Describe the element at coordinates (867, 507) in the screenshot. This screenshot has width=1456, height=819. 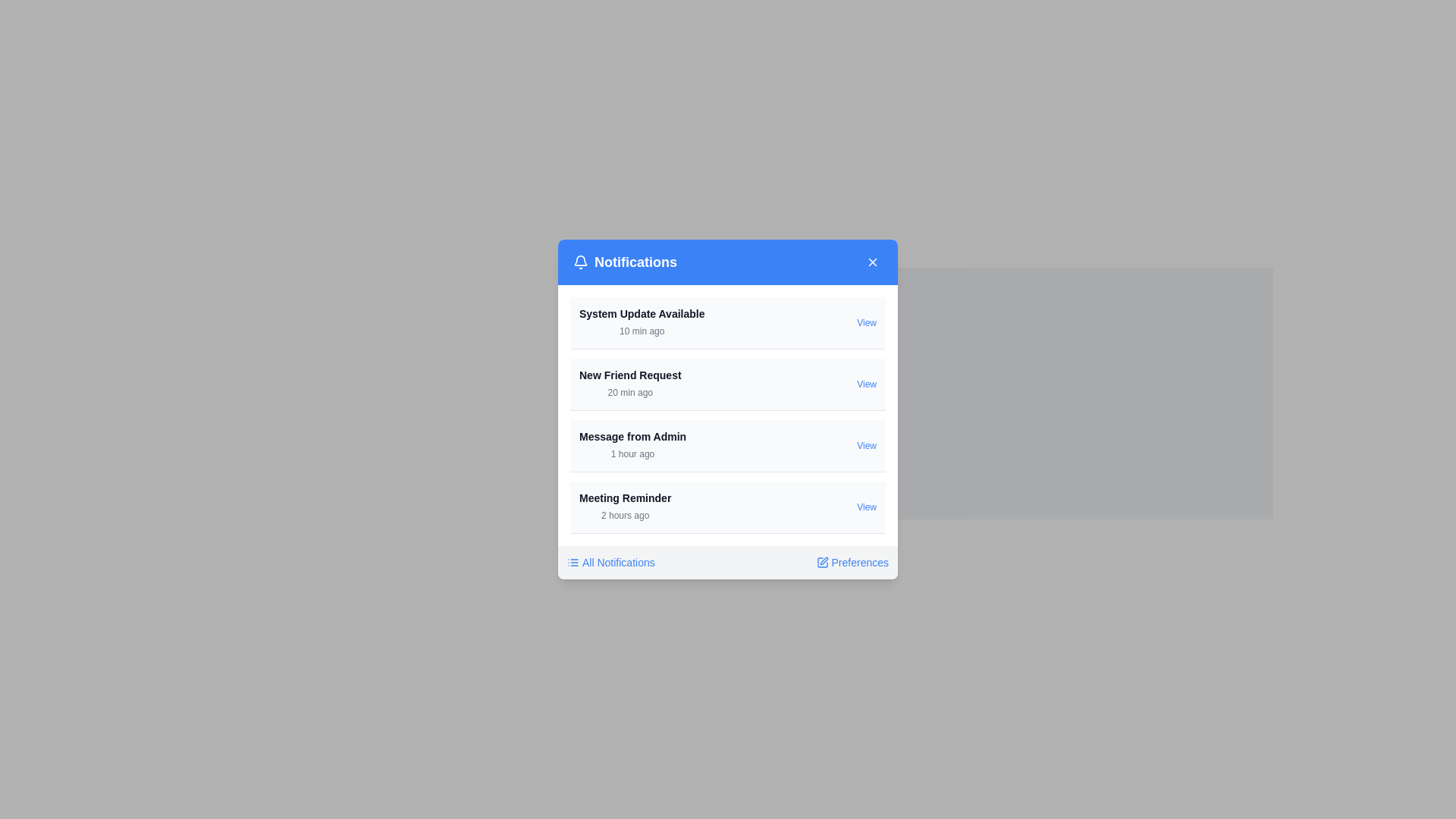
I see `the 'View' hyperlink located at the bottom of the notifications panel, specifically for the 'Meeting Reminder' notification` at that location.